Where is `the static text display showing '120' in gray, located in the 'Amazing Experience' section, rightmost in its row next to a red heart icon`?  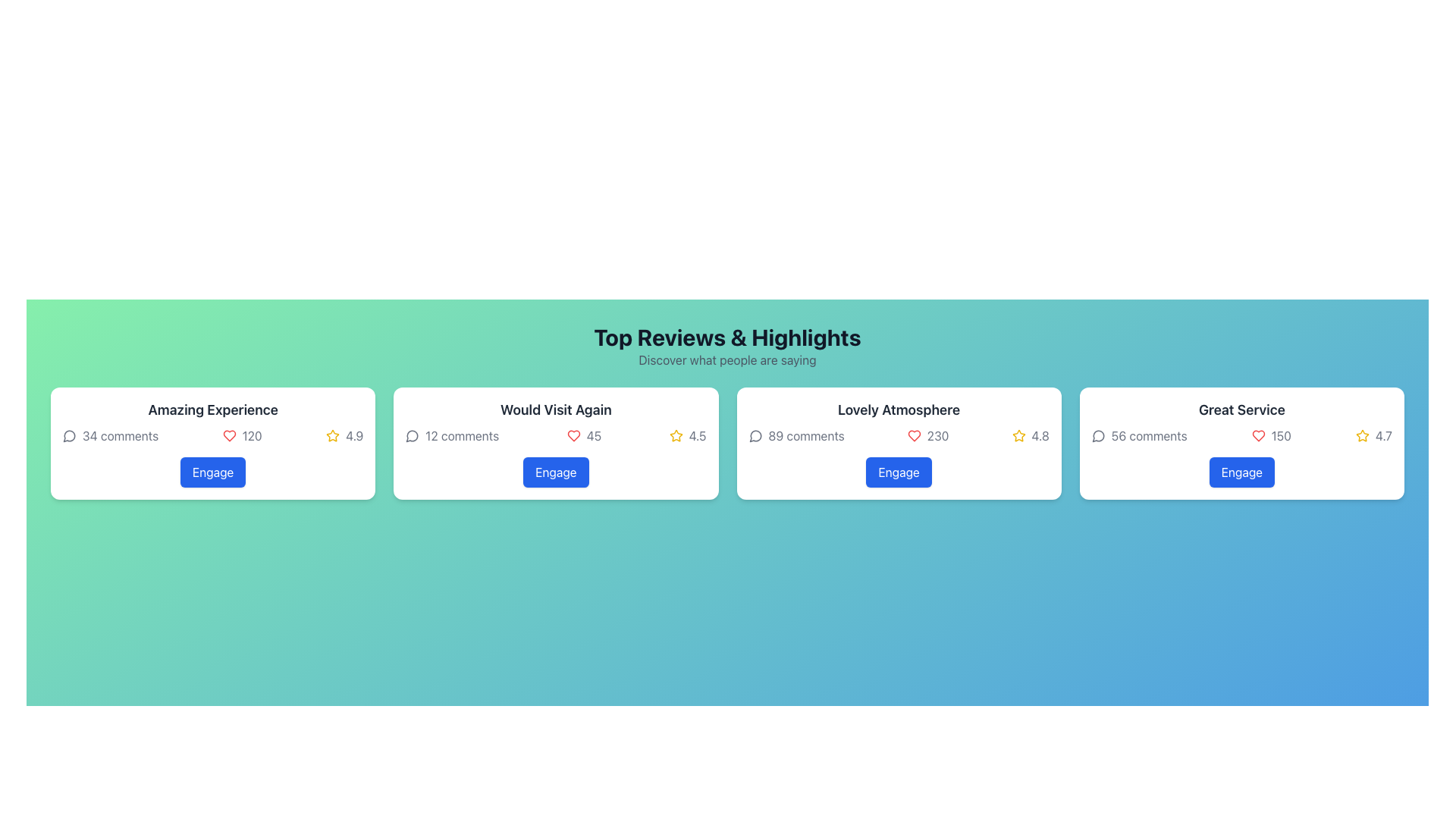
the static text display showing '120' in gray, located in the 'Amazing Experience' section, rightmost in its row next to a red heart icon is located at coordinates (252, 435).